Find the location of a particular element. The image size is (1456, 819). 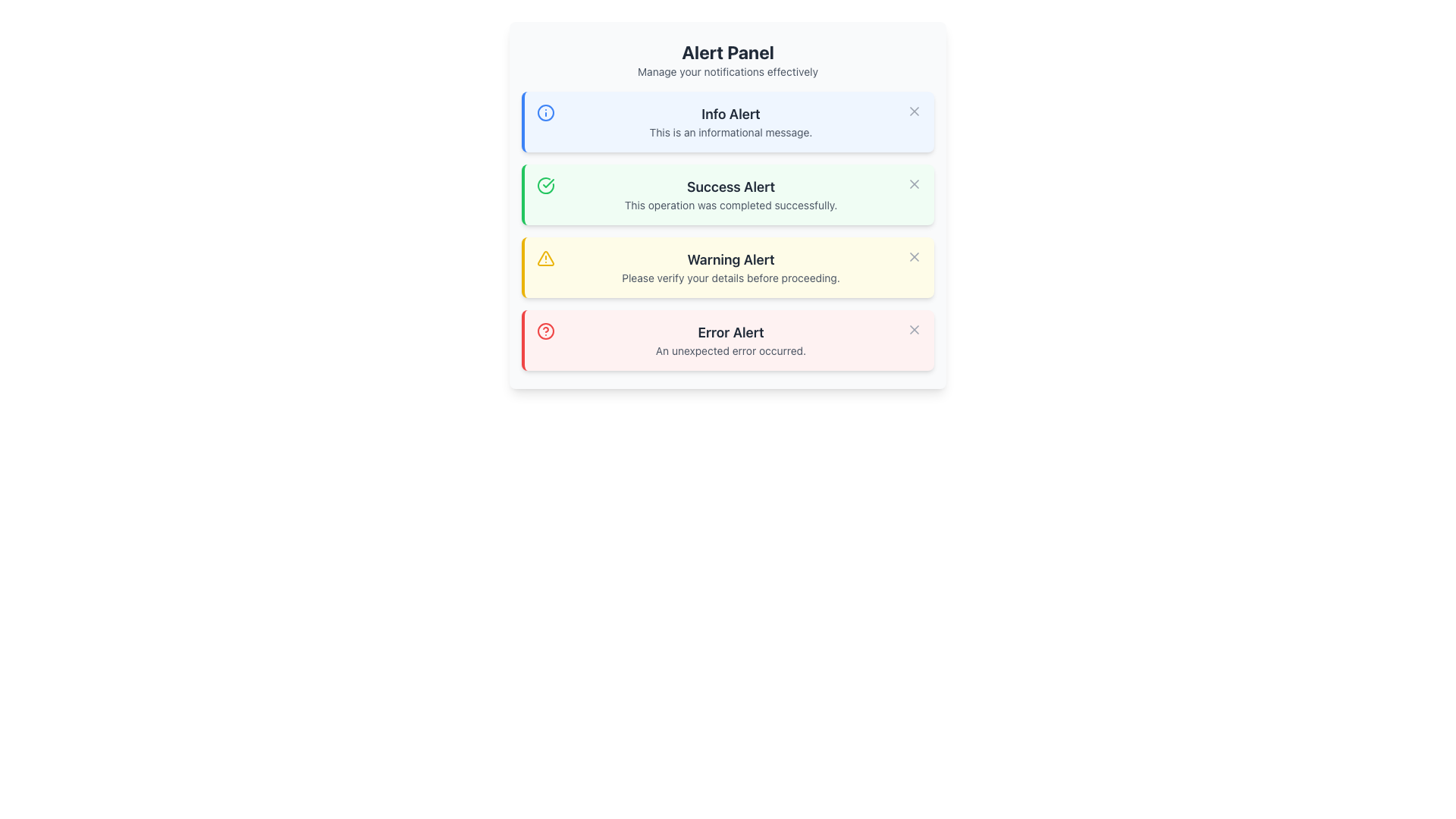

text of the bolded title label 'Alert Panel' displayed prominently at the top of the Alert Panel interface is located at coordinates (728, 52).